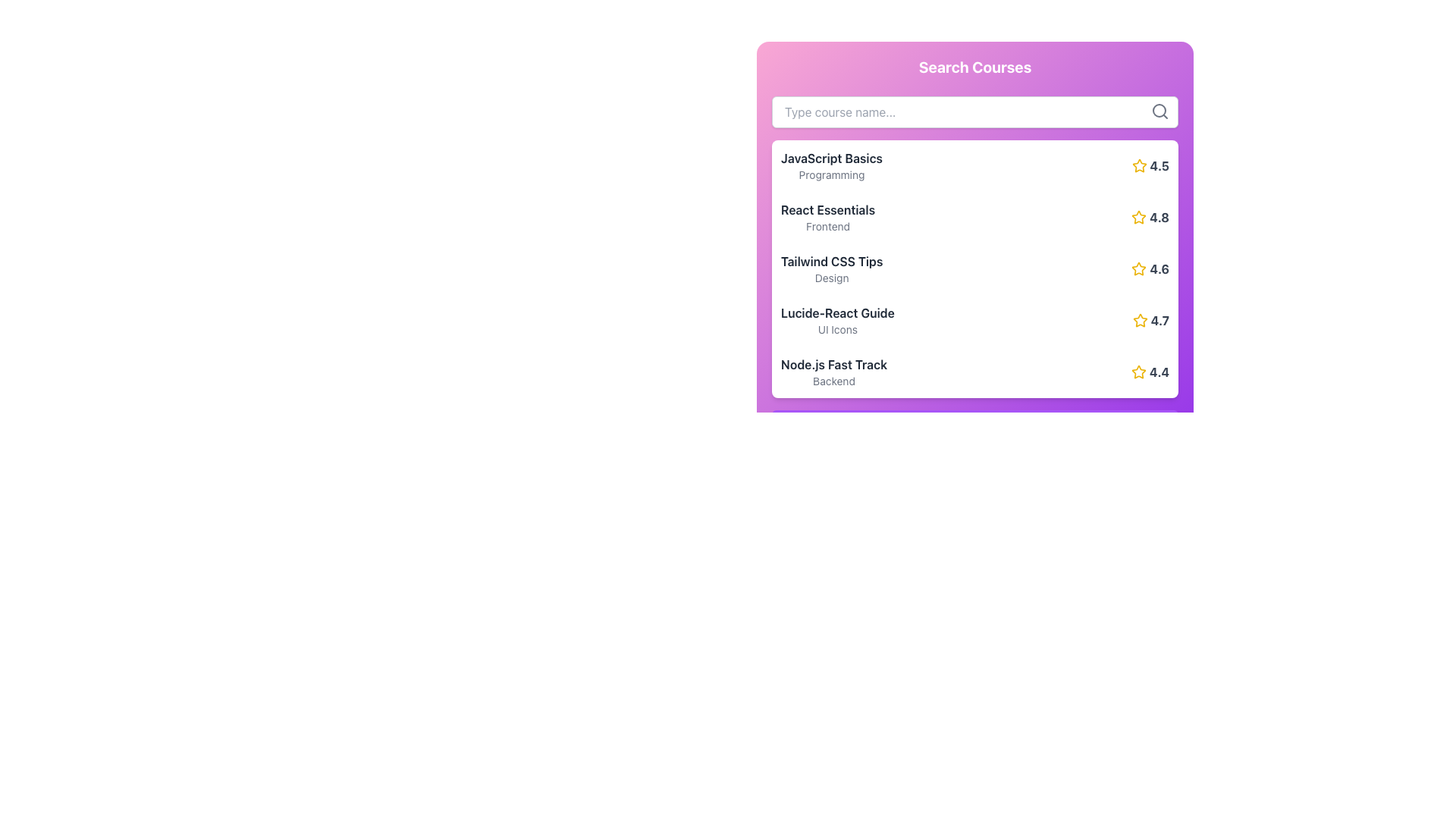 The height and width of the screenshot is (819, 1456). What do you see at coordinates (1159, 166) in the screenshot?
I see `the bold static text label displaying the rating '4.5', which is styled in gray and located to the right of the star icon in the course list` at bounding box center [1159, 166].